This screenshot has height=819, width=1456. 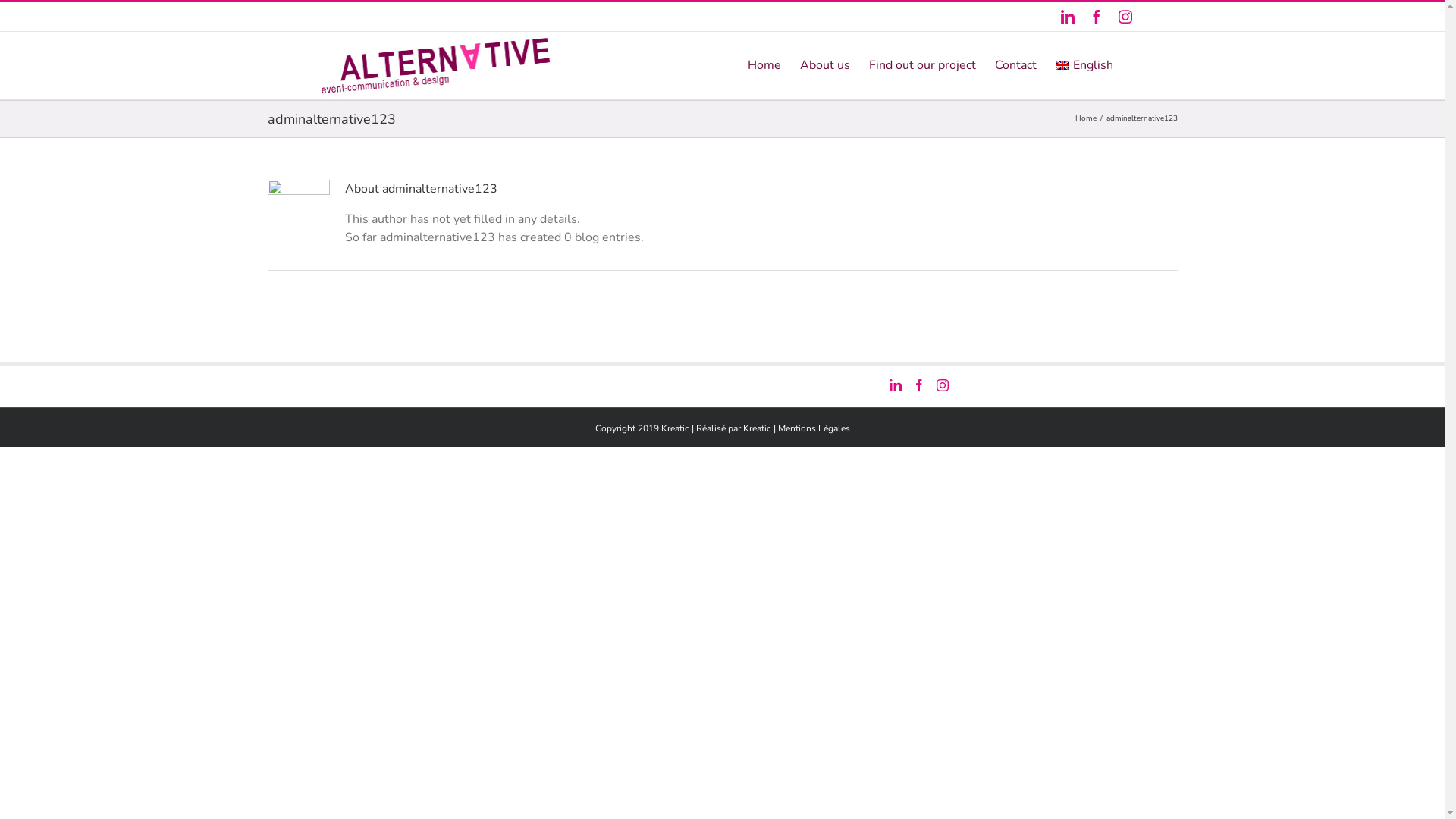 What do you see at coordinates (1015, 63) in the screenshot?
I see `'Contact'` at bounding box center [1015, 63].